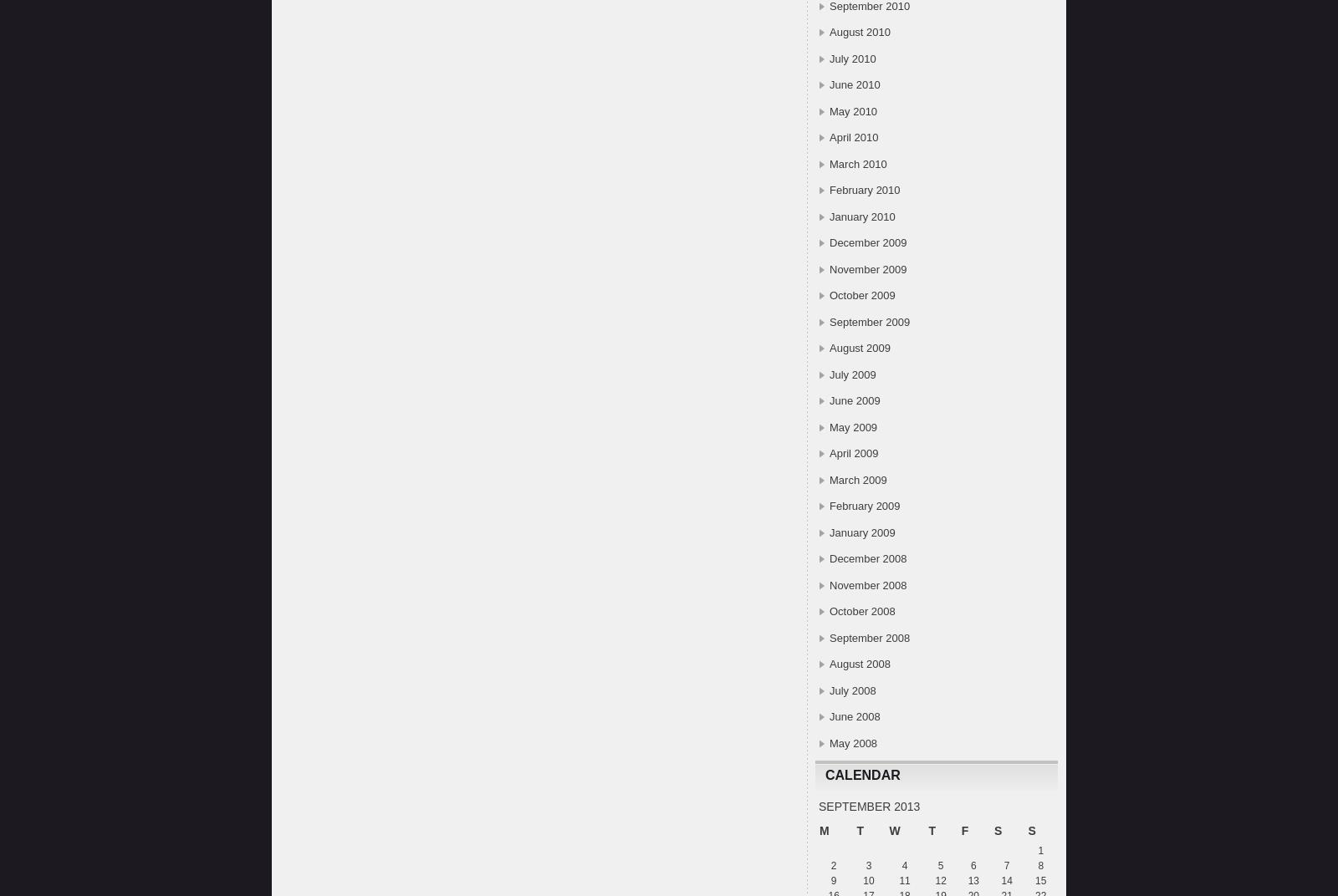  I want to click on '4', so click(904, 865).